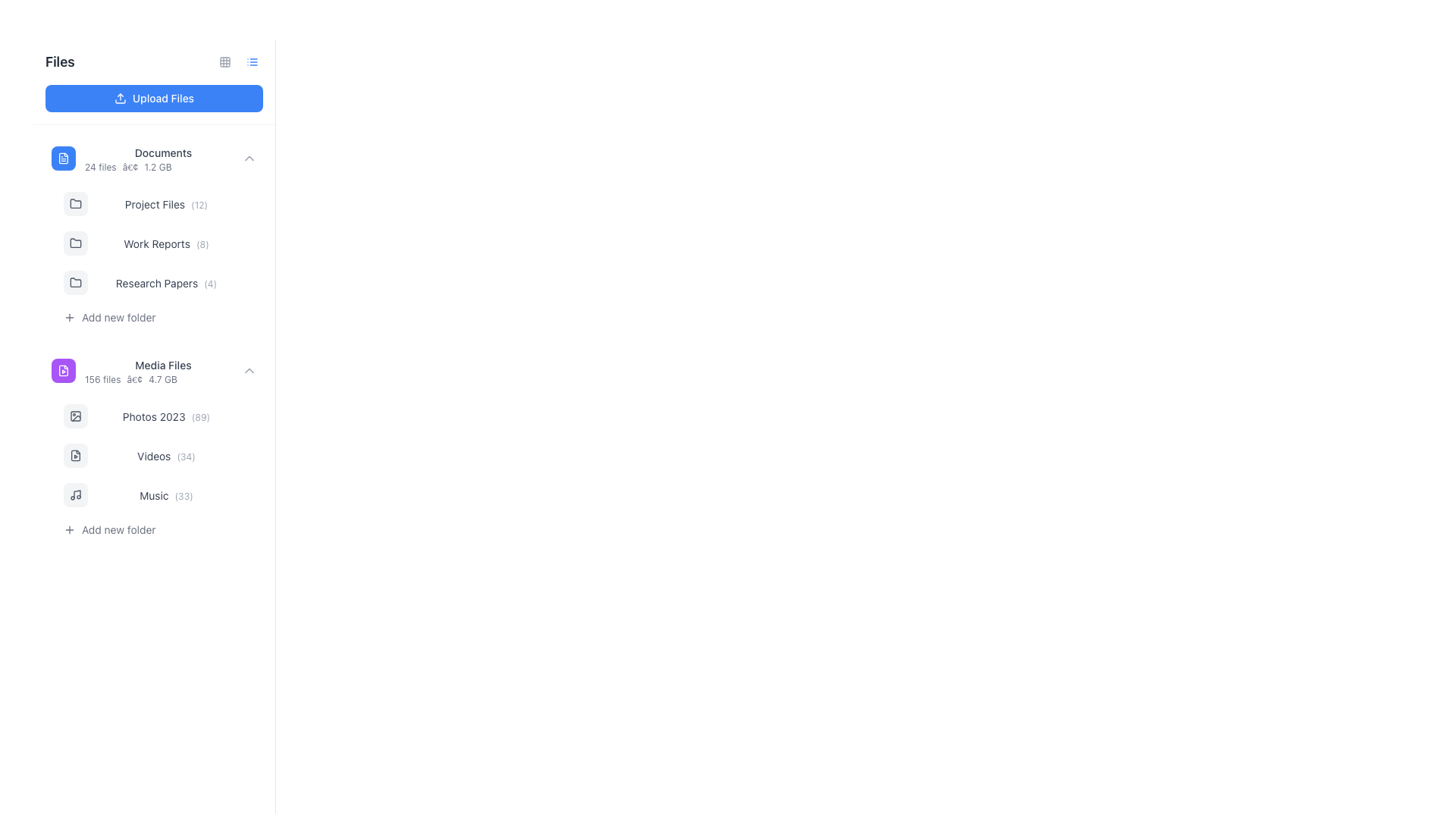 Image resolution: width=1456 pixels, height=819 pixels. Describe the element at coordinates (160, 455) in the screenshot. I see `the navigation list item labeled 'Videos (34)' which is located` at that location.